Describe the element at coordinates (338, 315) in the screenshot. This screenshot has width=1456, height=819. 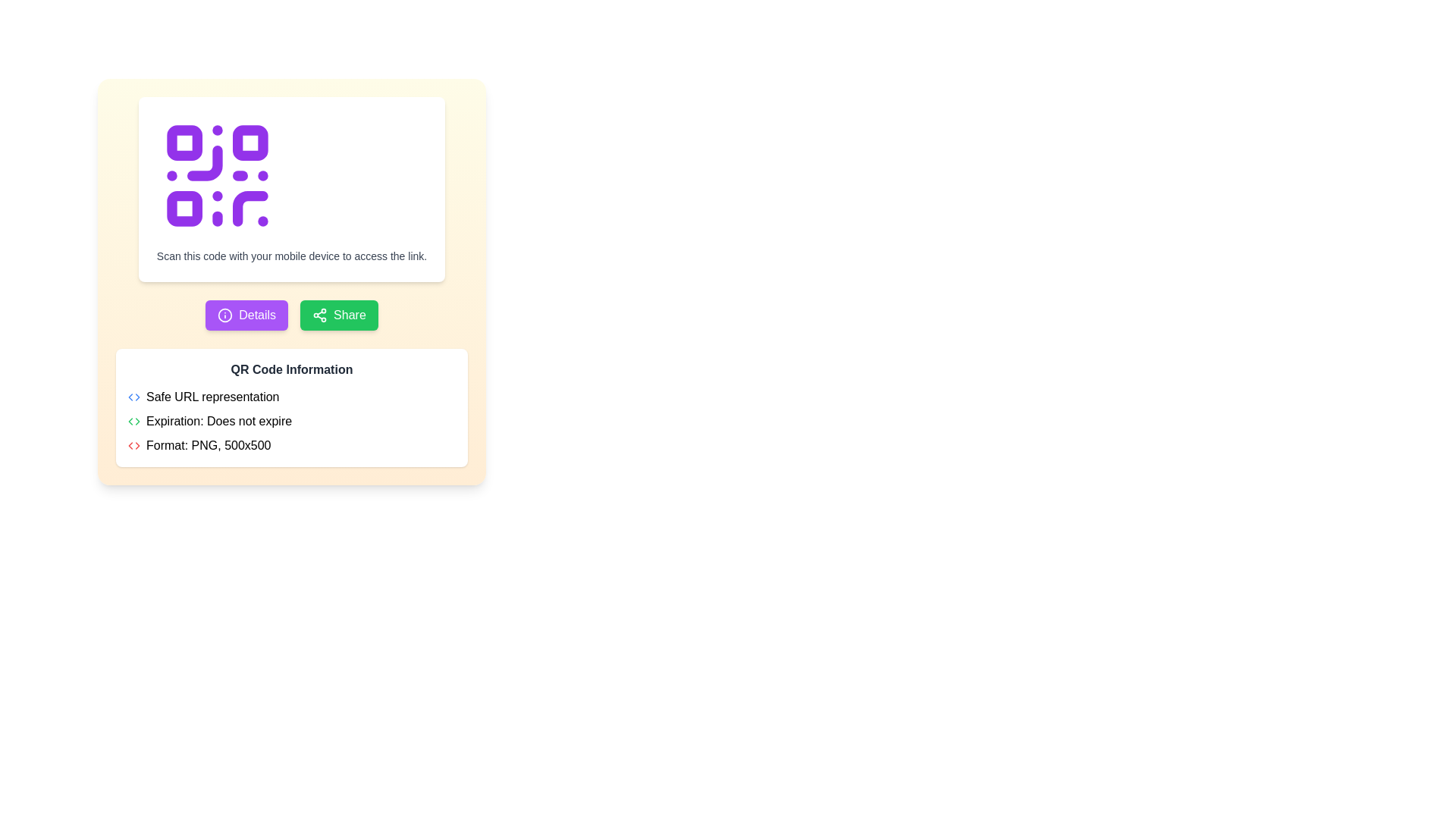
I see `the Share button, which is positioned to the right of the purple 'Details' button, to observe any hover effects` at that location.